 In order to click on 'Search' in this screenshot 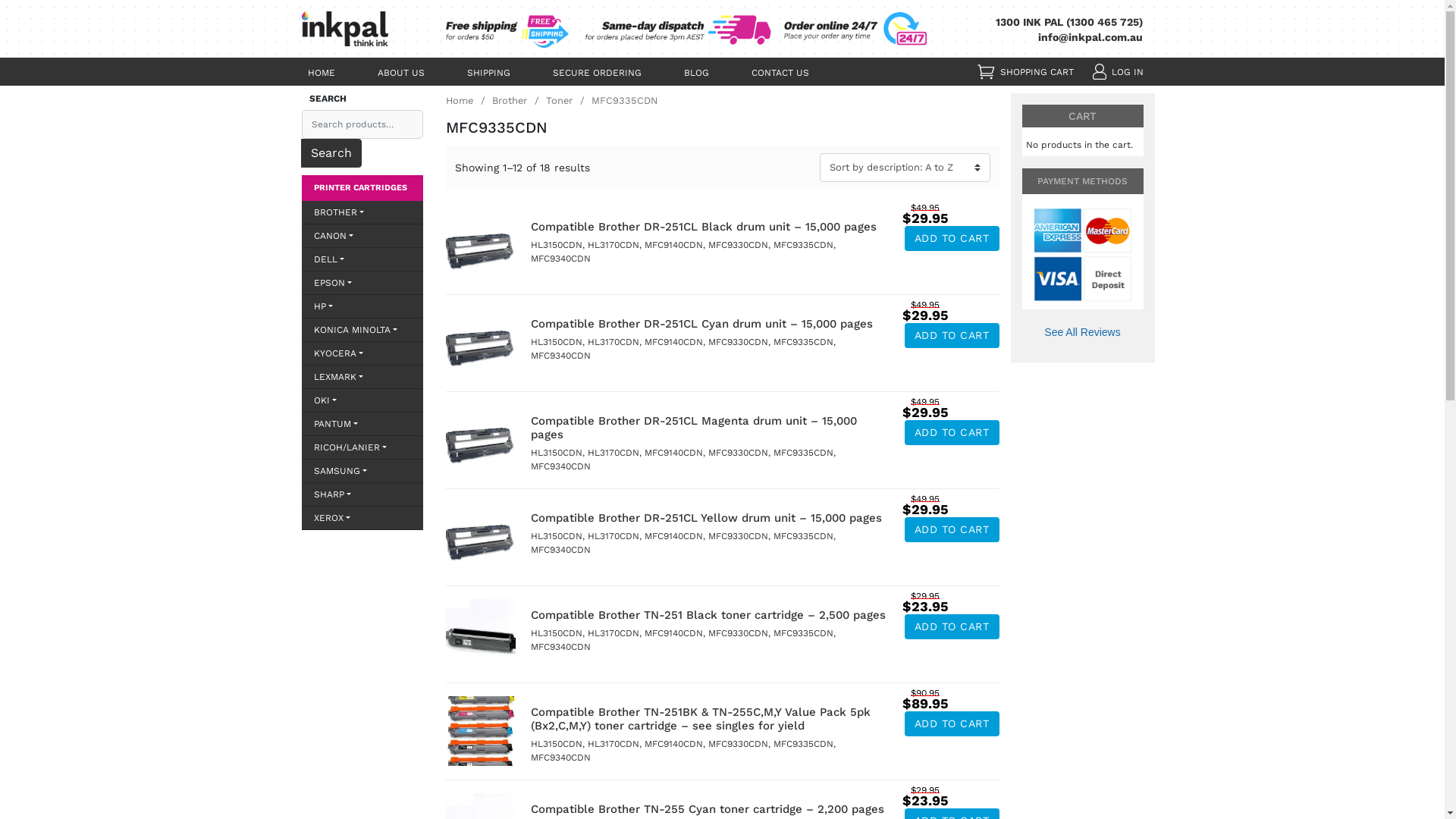, I will do `click(300, 152)`.